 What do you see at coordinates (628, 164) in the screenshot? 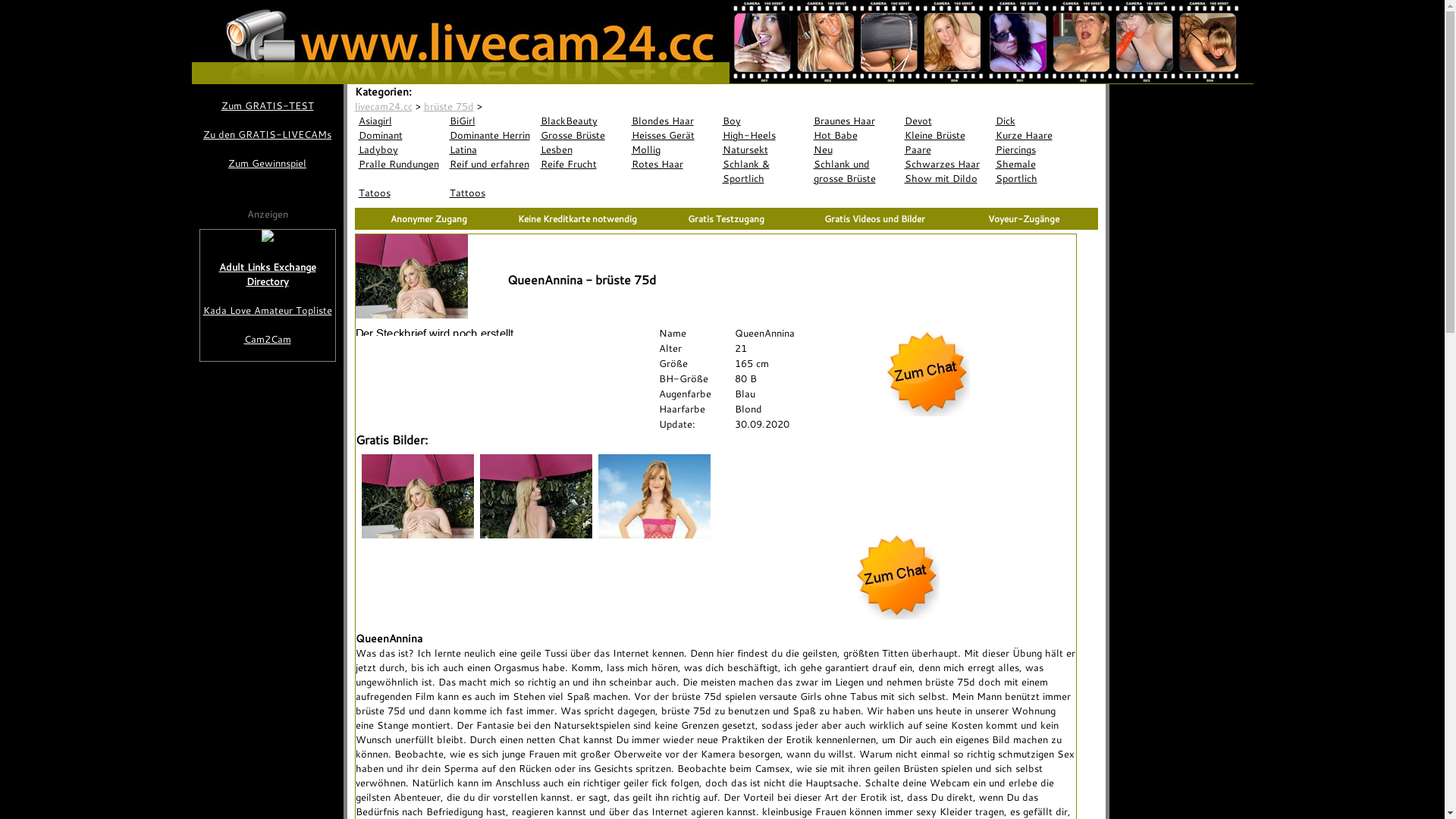
I see `'Rotes Haar'` at bounding box center [628, 164].